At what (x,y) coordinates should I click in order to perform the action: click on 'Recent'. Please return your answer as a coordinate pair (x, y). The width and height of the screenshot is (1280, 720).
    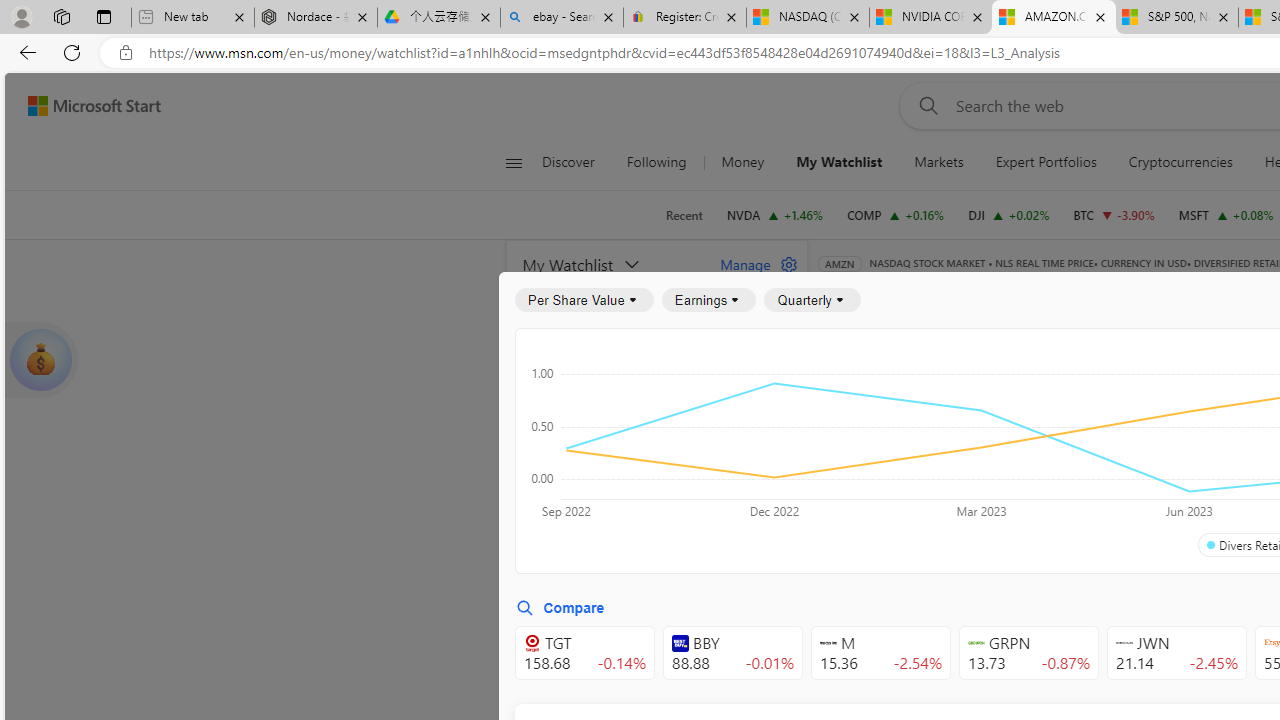
    Looking at the image, I should click on (684, 215).